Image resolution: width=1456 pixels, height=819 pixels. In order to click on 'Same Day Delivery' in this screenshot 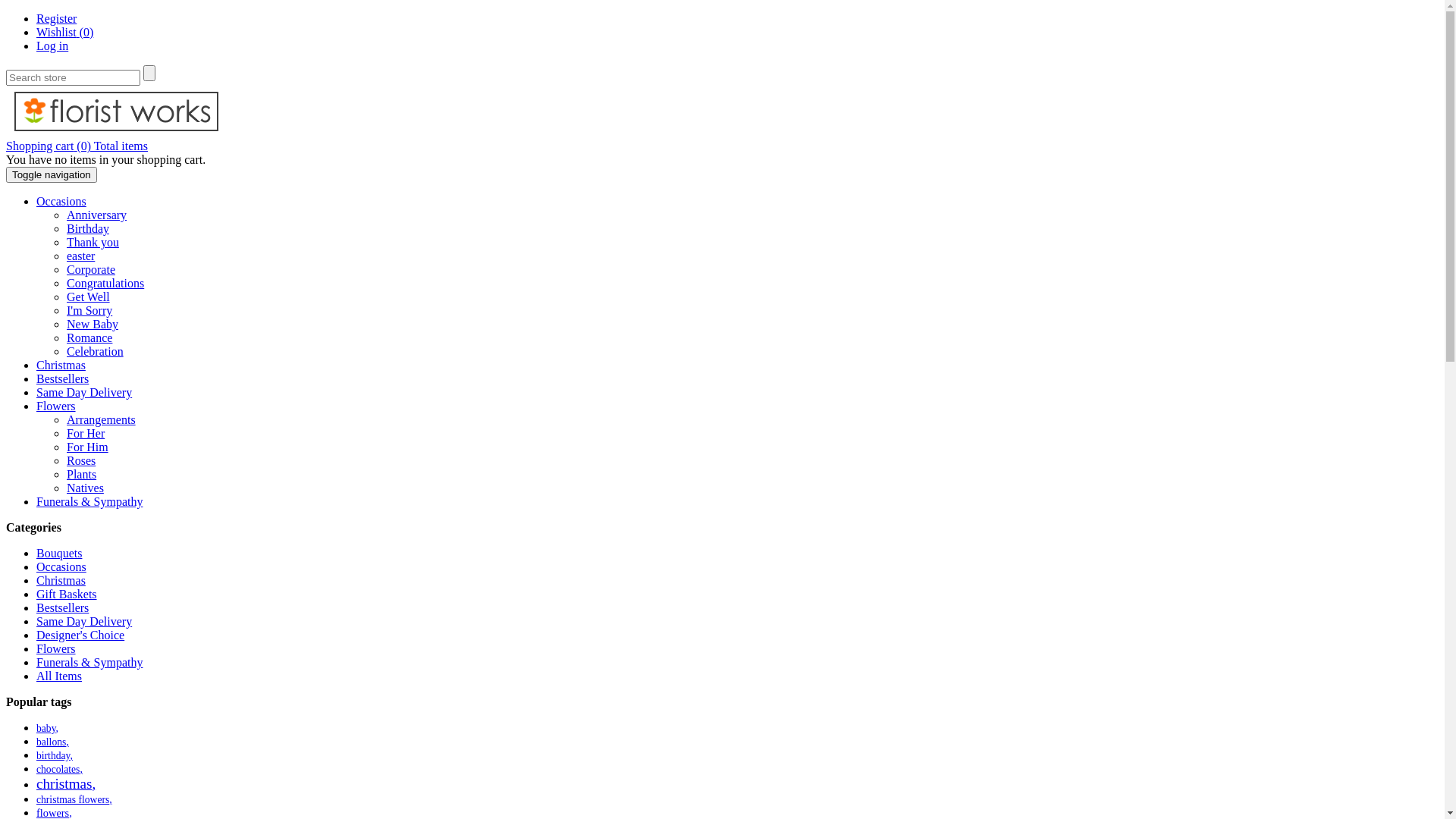, I will do `click(83, 391)`.